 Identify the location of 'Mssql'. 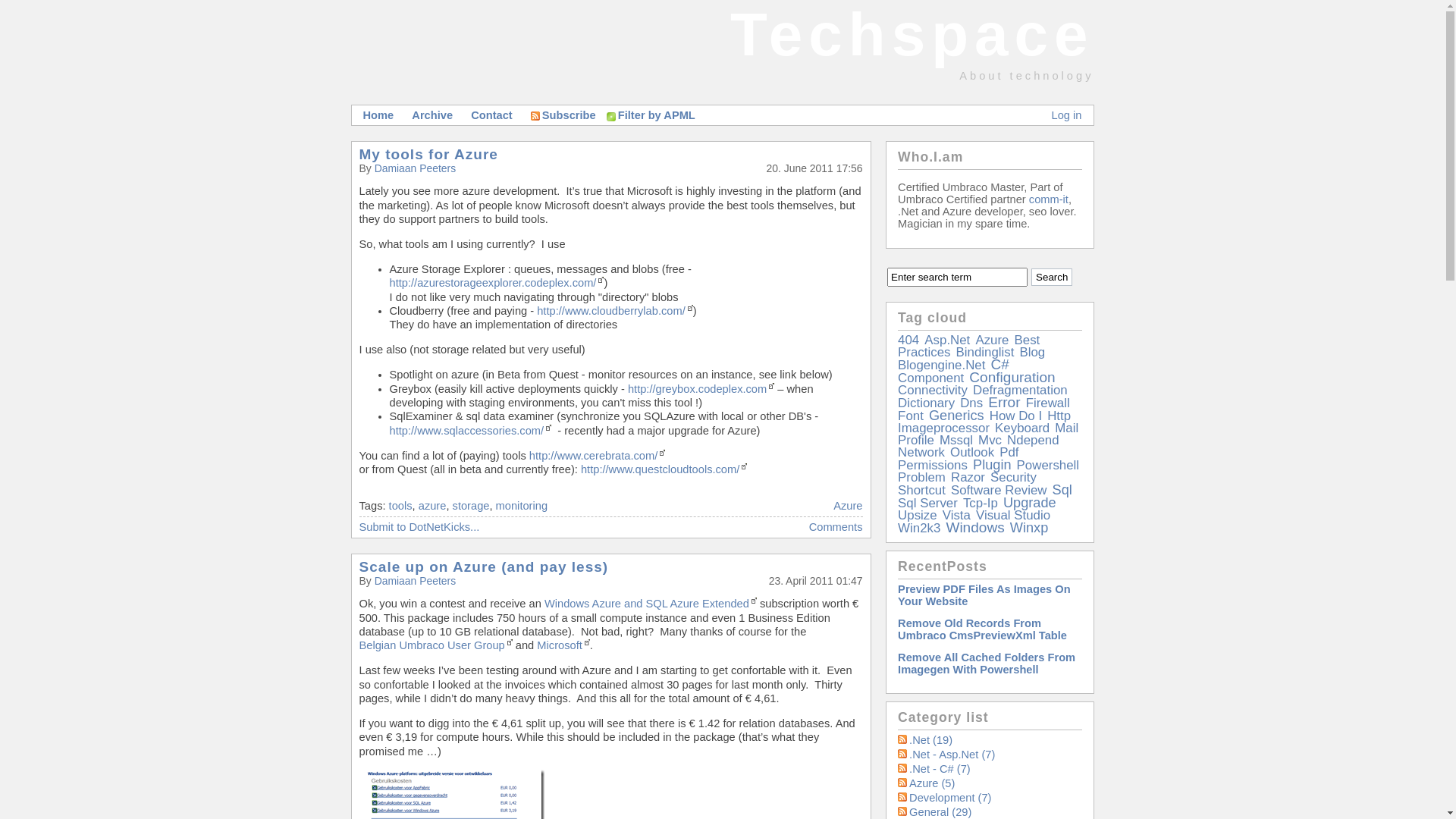
(955, 440).